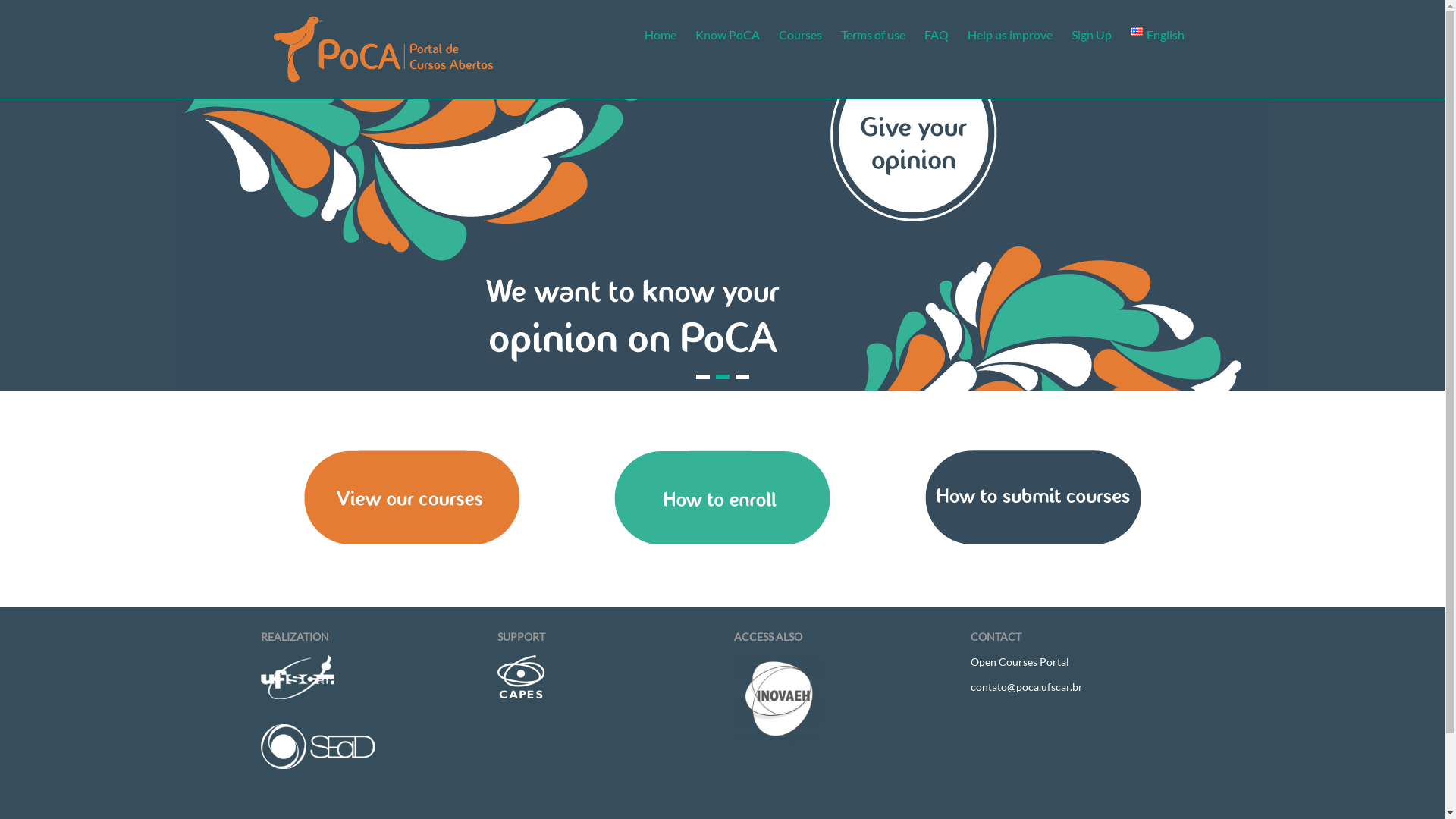  What do you see at coordinates (839, 32) in the screenshot?
I see `'Terms of use'` at bounding box center [839, 32].